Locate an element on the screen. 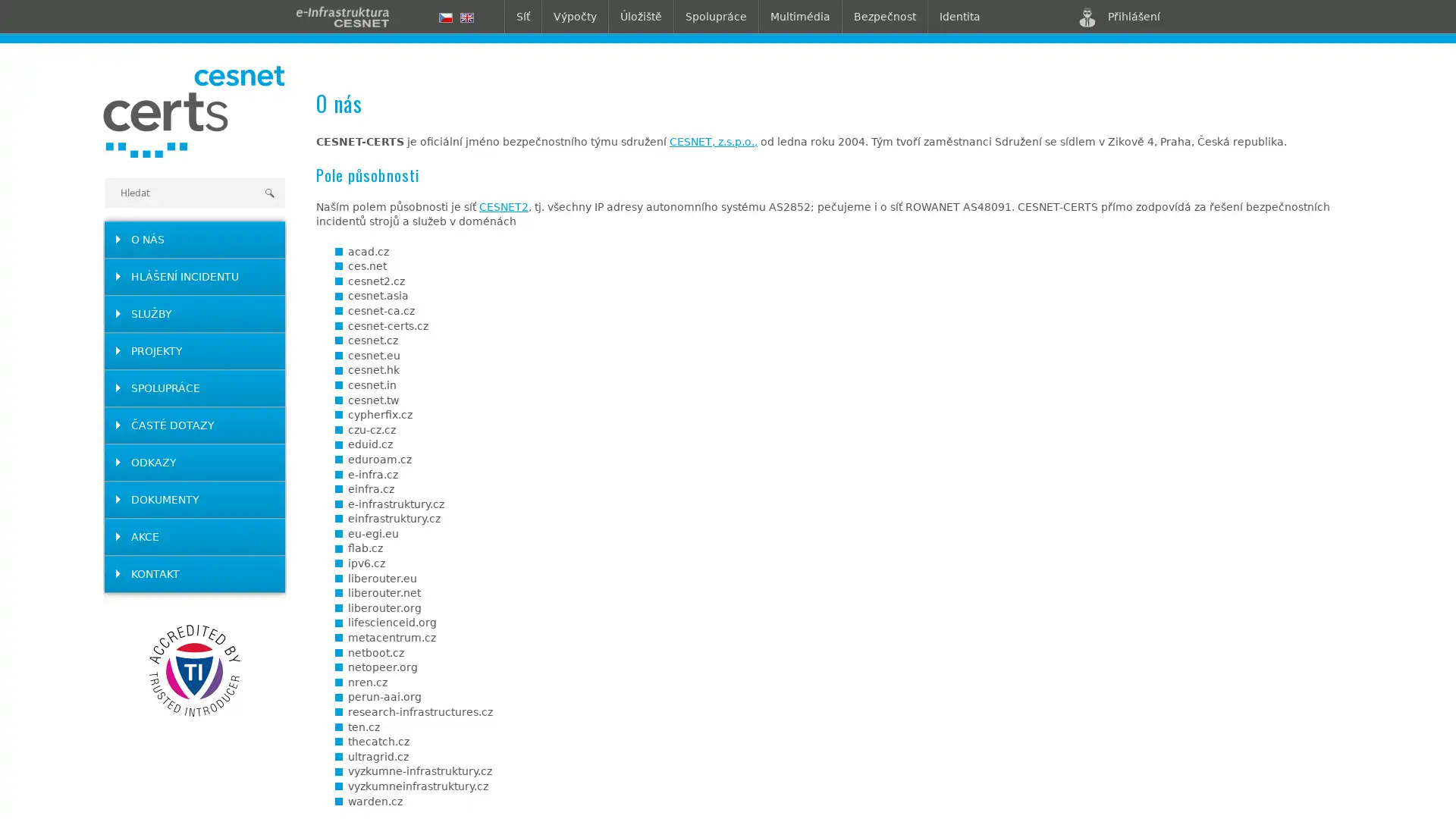 The height and width of the screenshot is (819, 1456). Hledat is located at coordinates (269, 192).